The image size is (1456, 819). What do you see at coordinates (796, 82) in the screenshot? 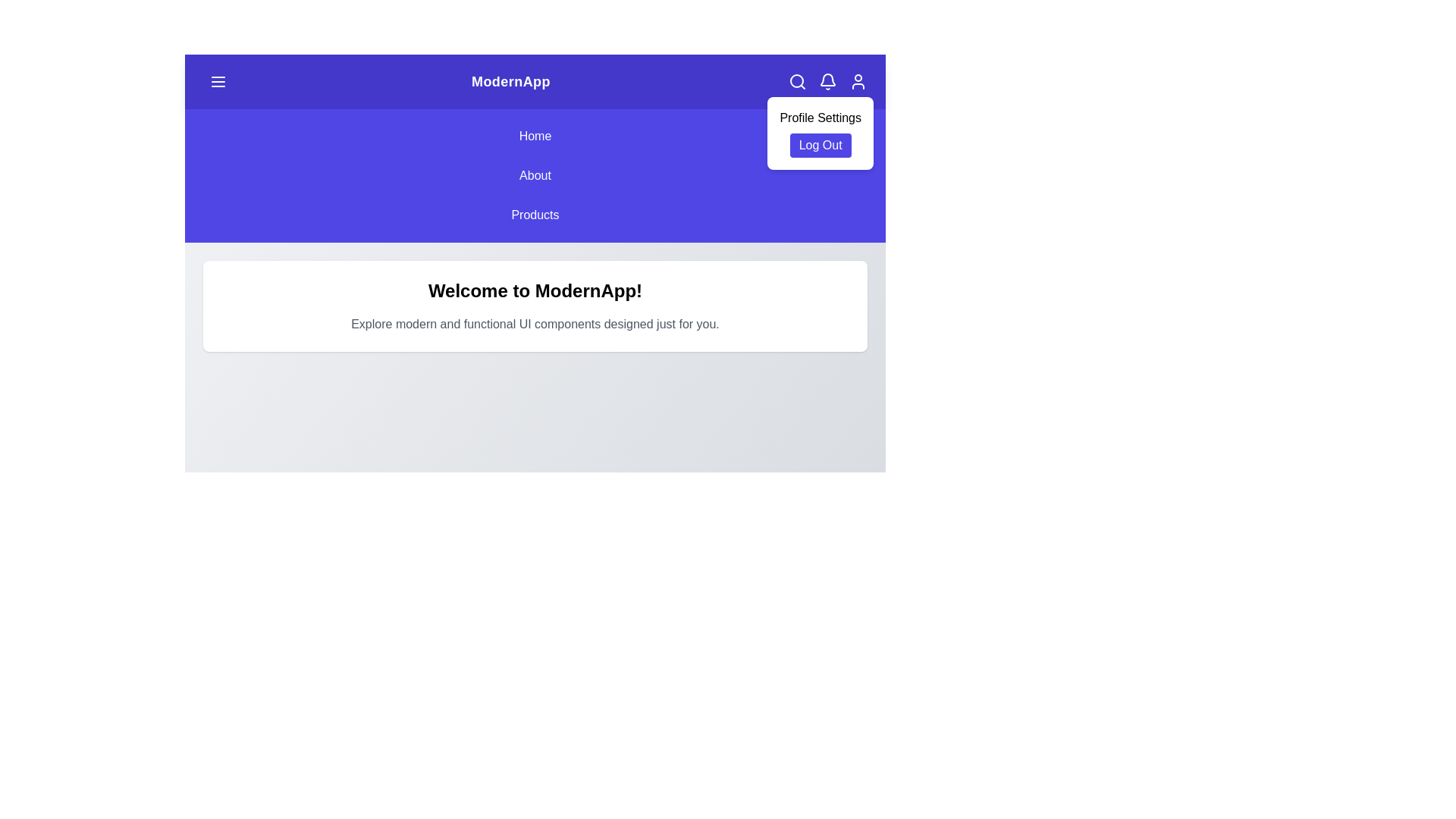
I see `the search icon in the app bar` at bounding box center [796, 82].